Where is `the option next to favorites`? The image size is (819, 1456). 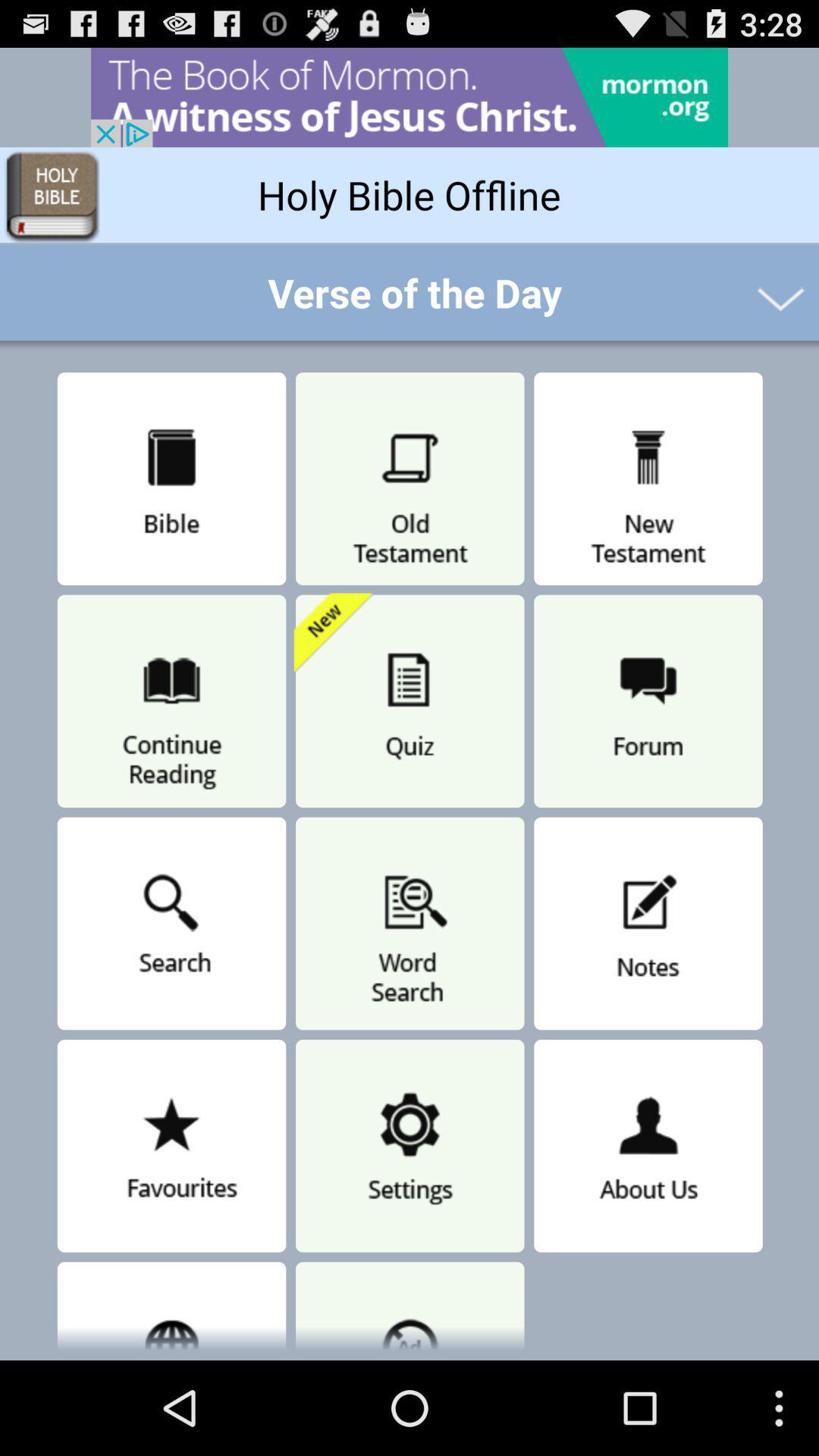 the option next to favorites is located at coordinates (409, 1146).